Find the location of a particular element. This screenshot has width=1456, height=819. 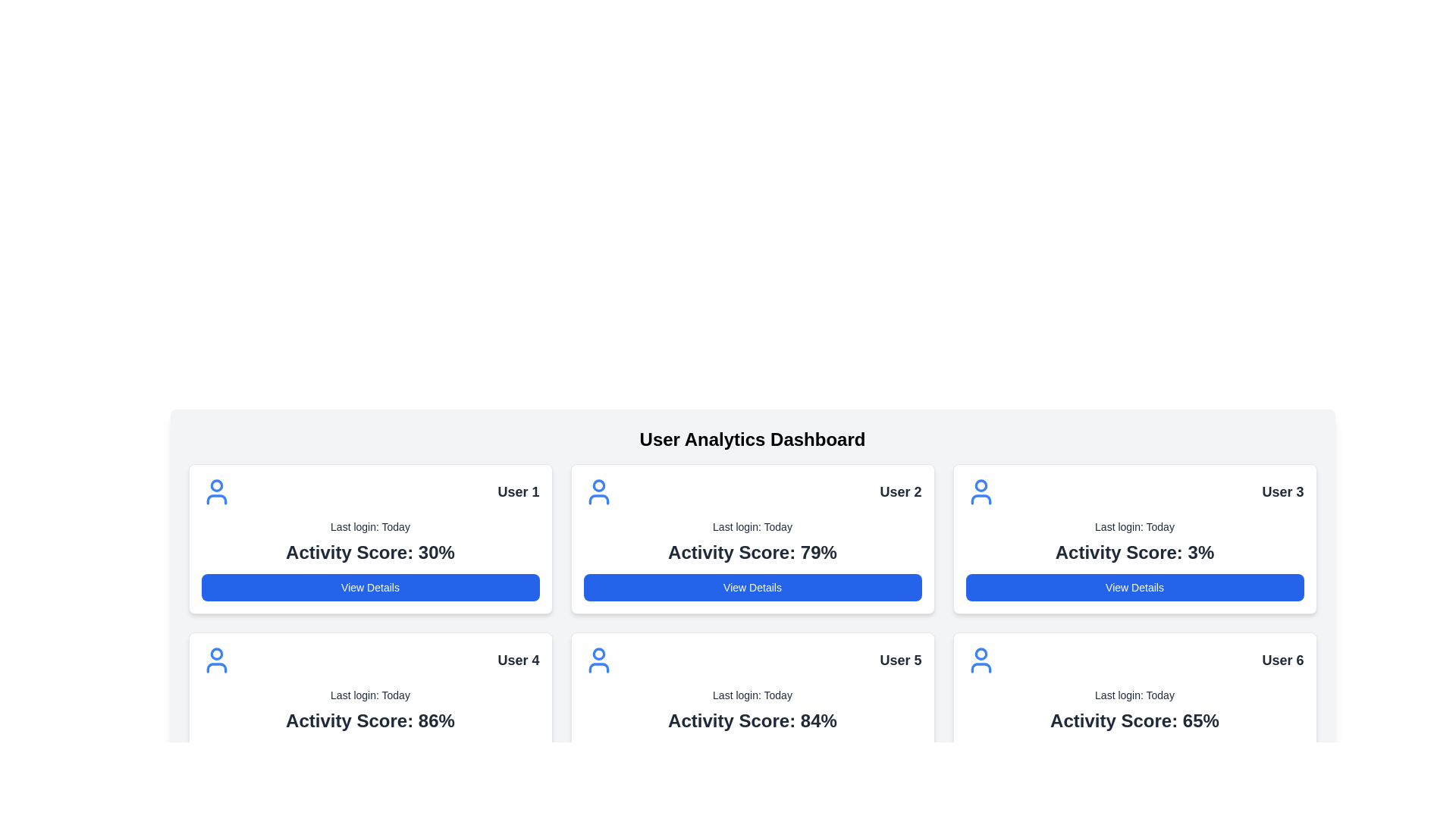

the 'View Details' button with a blue background and white text located at the bottom of the 'User 2' card in the User Analytics Dashboard to observe a style change is located at coordinates (752, 587).